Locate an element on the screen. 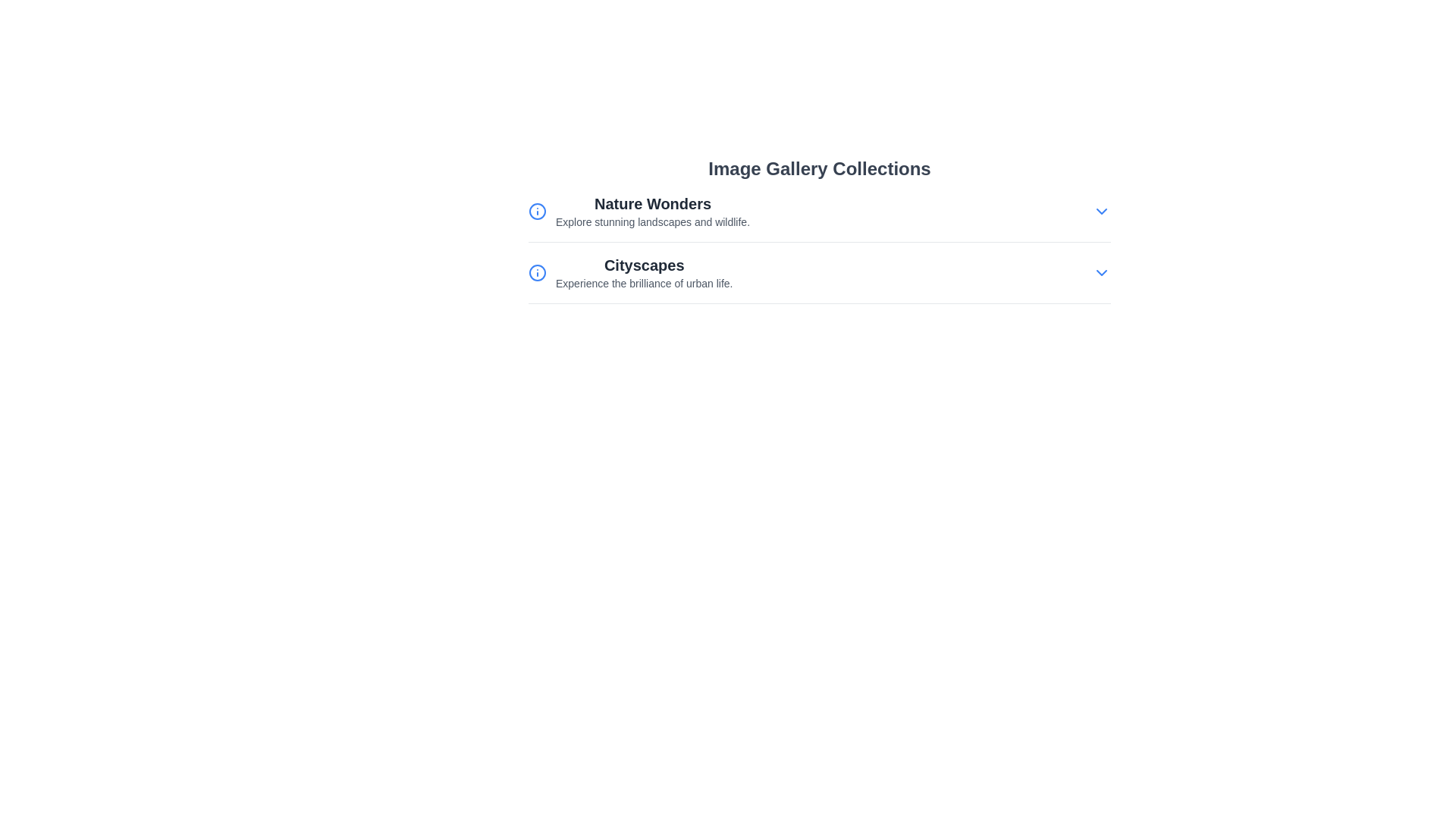  the 'Cityscapes' gallery category text block with icon, located below the 'Nature Wonders' section in the Image Gallery Collections is located at coordinates (630, 271).